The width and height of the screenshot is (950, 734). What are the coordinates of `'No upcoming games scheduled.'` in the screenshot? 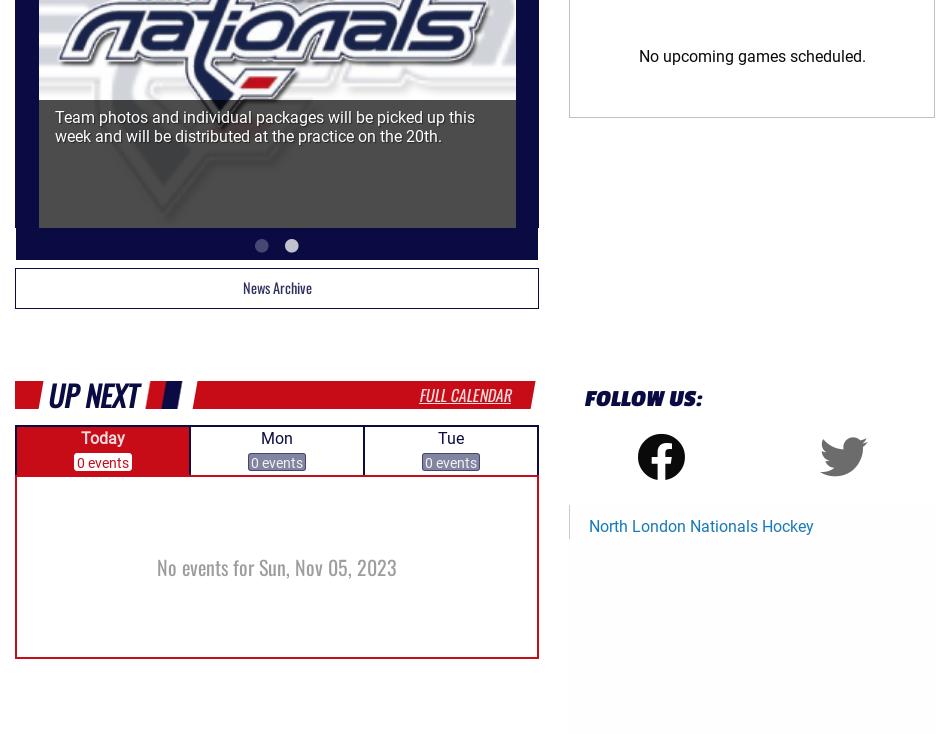 It's located at (750, 54).